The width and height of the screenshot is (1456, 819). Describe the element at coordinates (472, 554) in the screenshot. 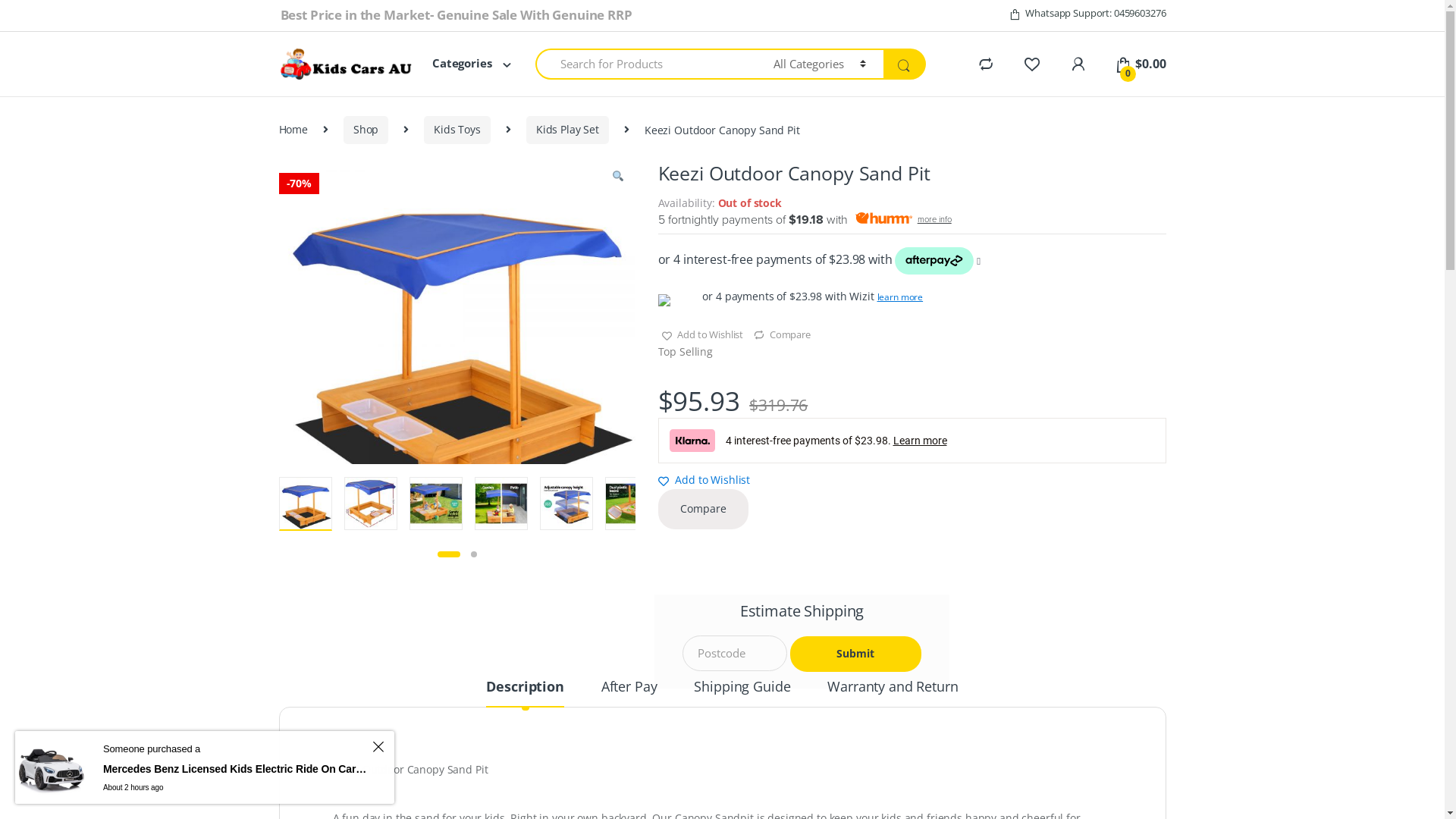

I see `'2'` at that location.